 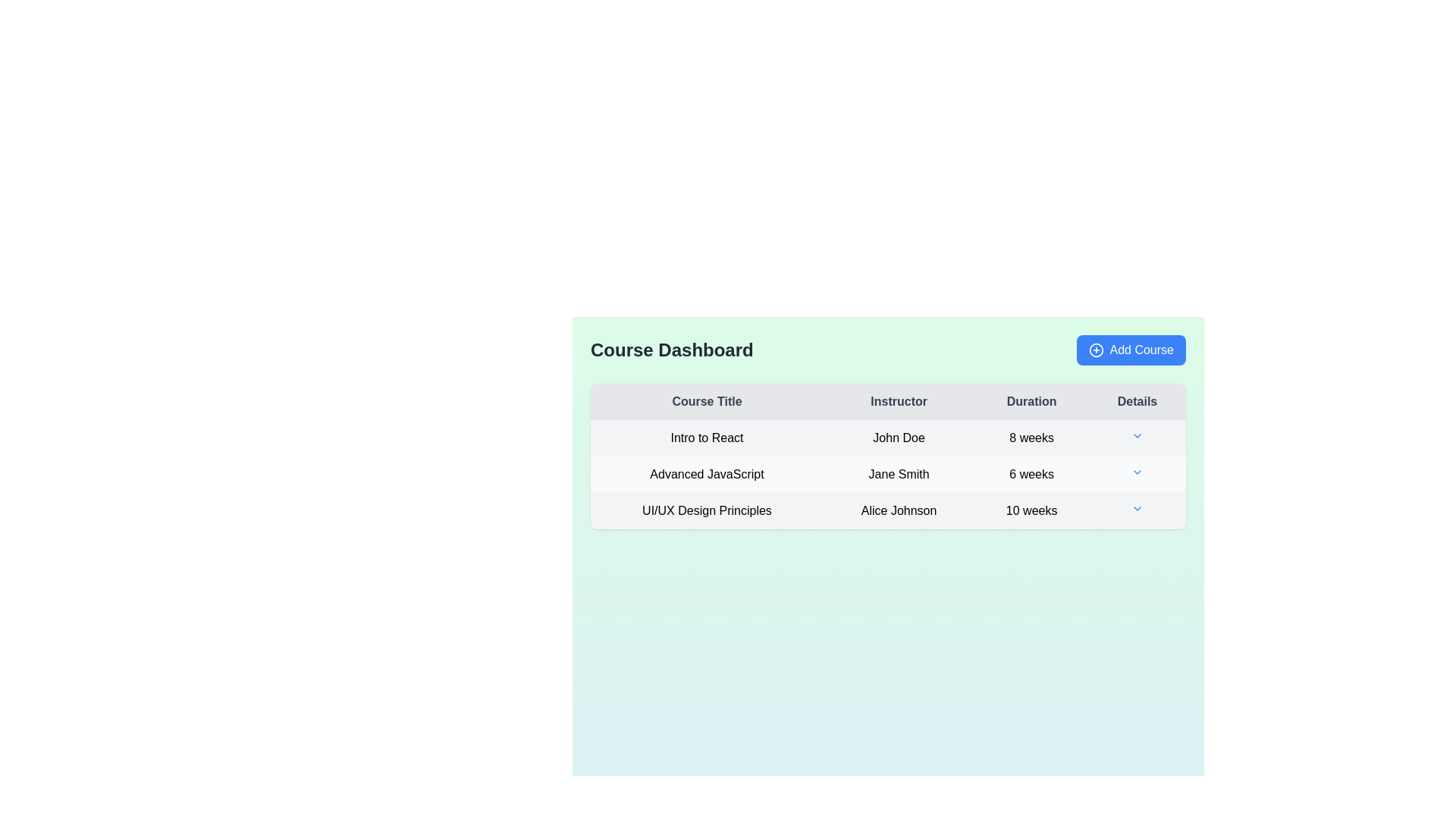 I want to click on the 'Duration' text label, which is a bold, dark-colored font header in a table layout, positioned between 'Instructor' and 'Details', so click(x=1031, y=400).